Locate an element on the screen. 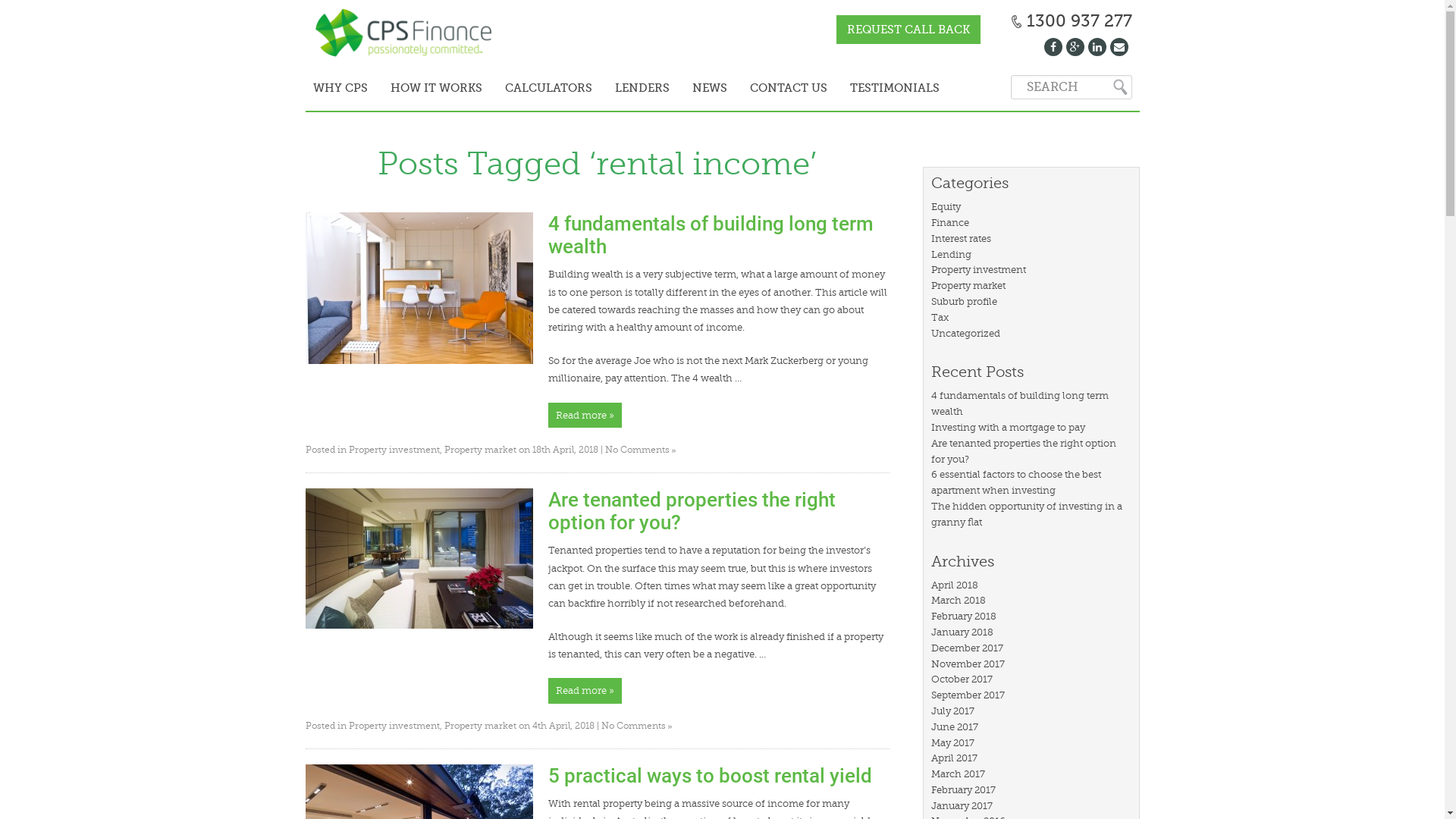 The width and height of the screenshot is (1456, 819). '5 practical ways to boost rental yield' is located at coordinates (708, 775).